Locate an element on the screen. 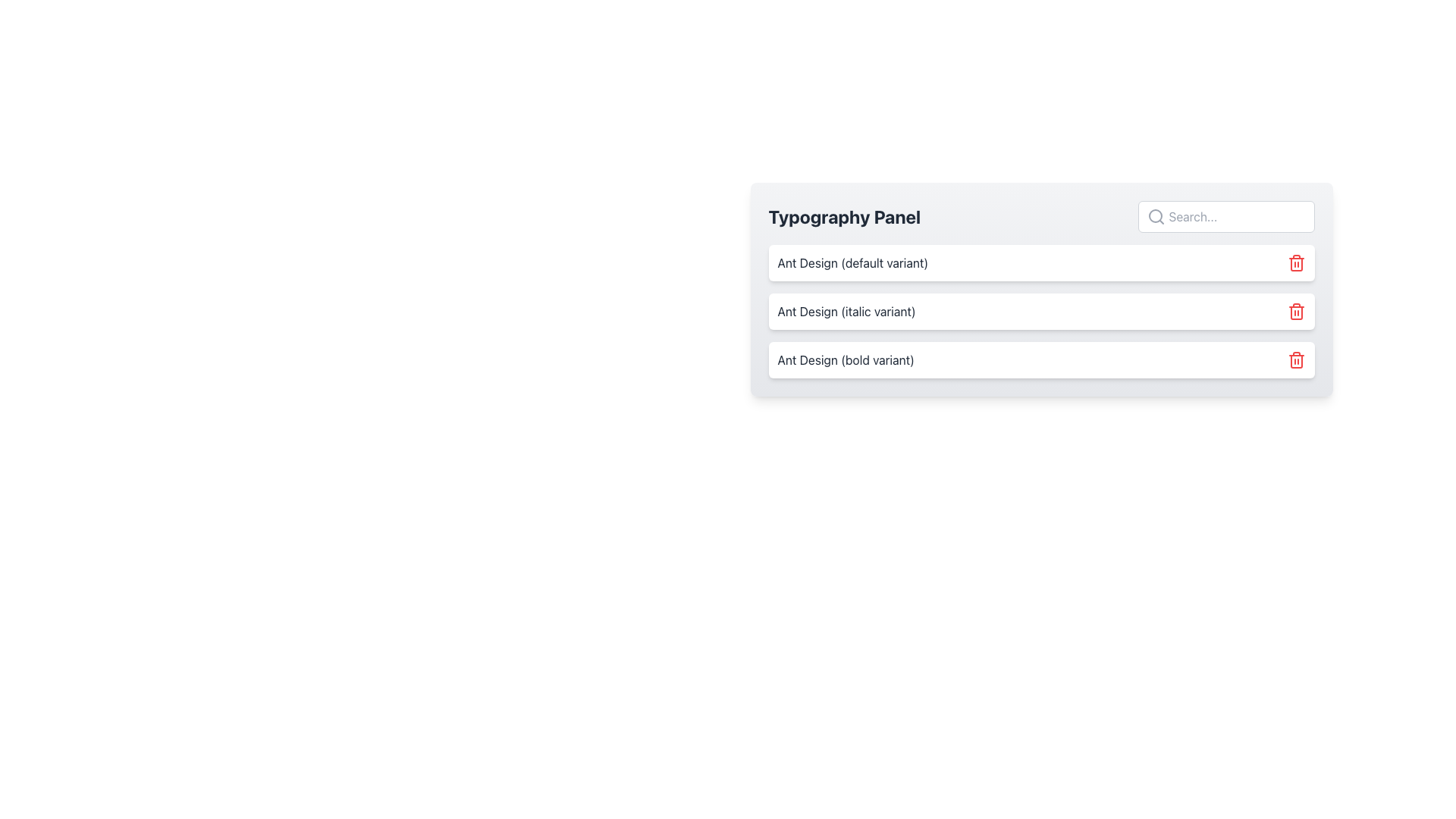 This screenshot has width=1456, height=819. the lens of the magnifying glass icon in the top-right input field of the Typography Panel, which serves as a decorative graphical component for the search feature is located at coordinates (1154, 216).